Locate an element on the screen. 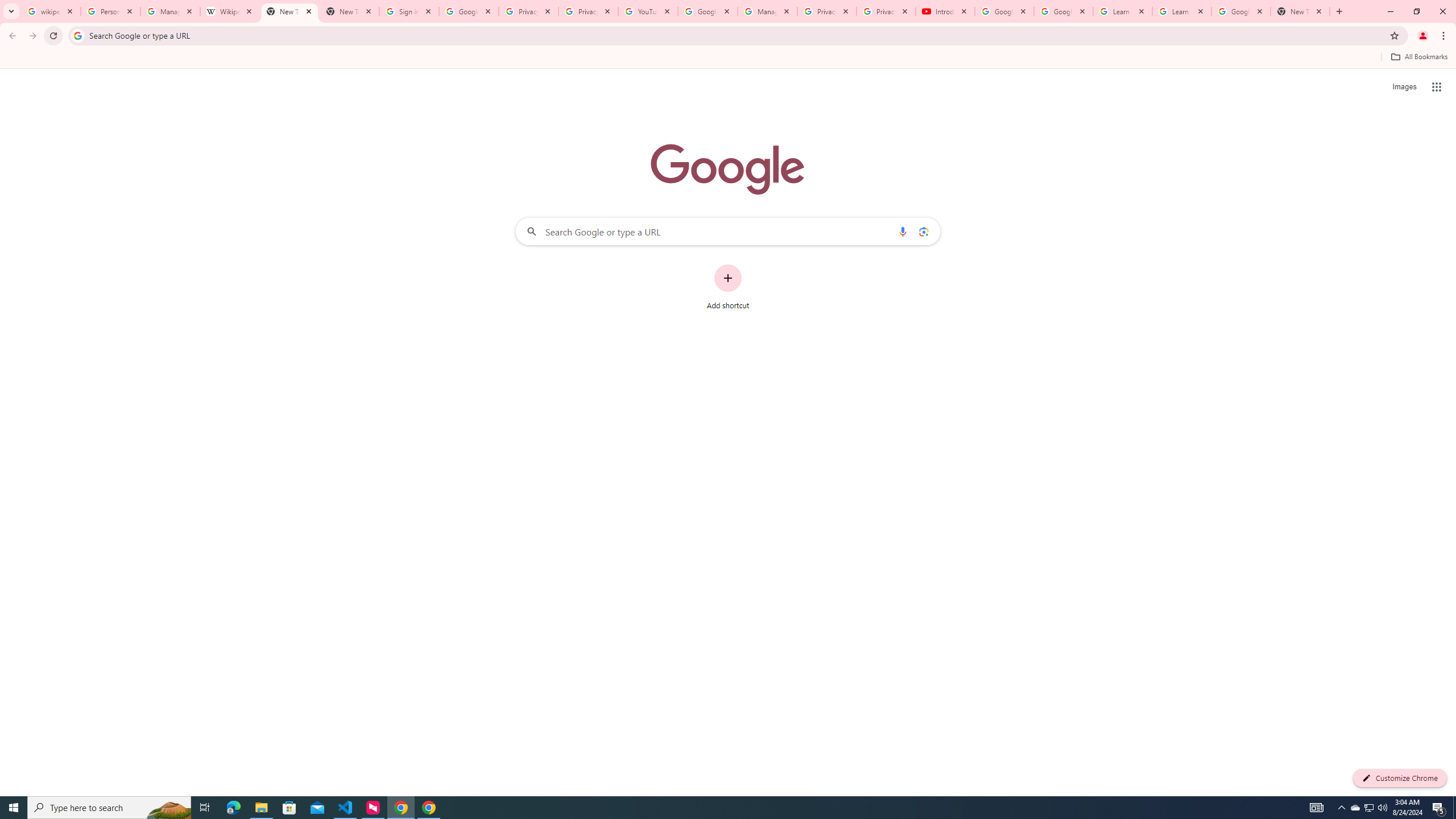  'Manage your Location History - Google Search Help' is located at coordinates (169, 11).